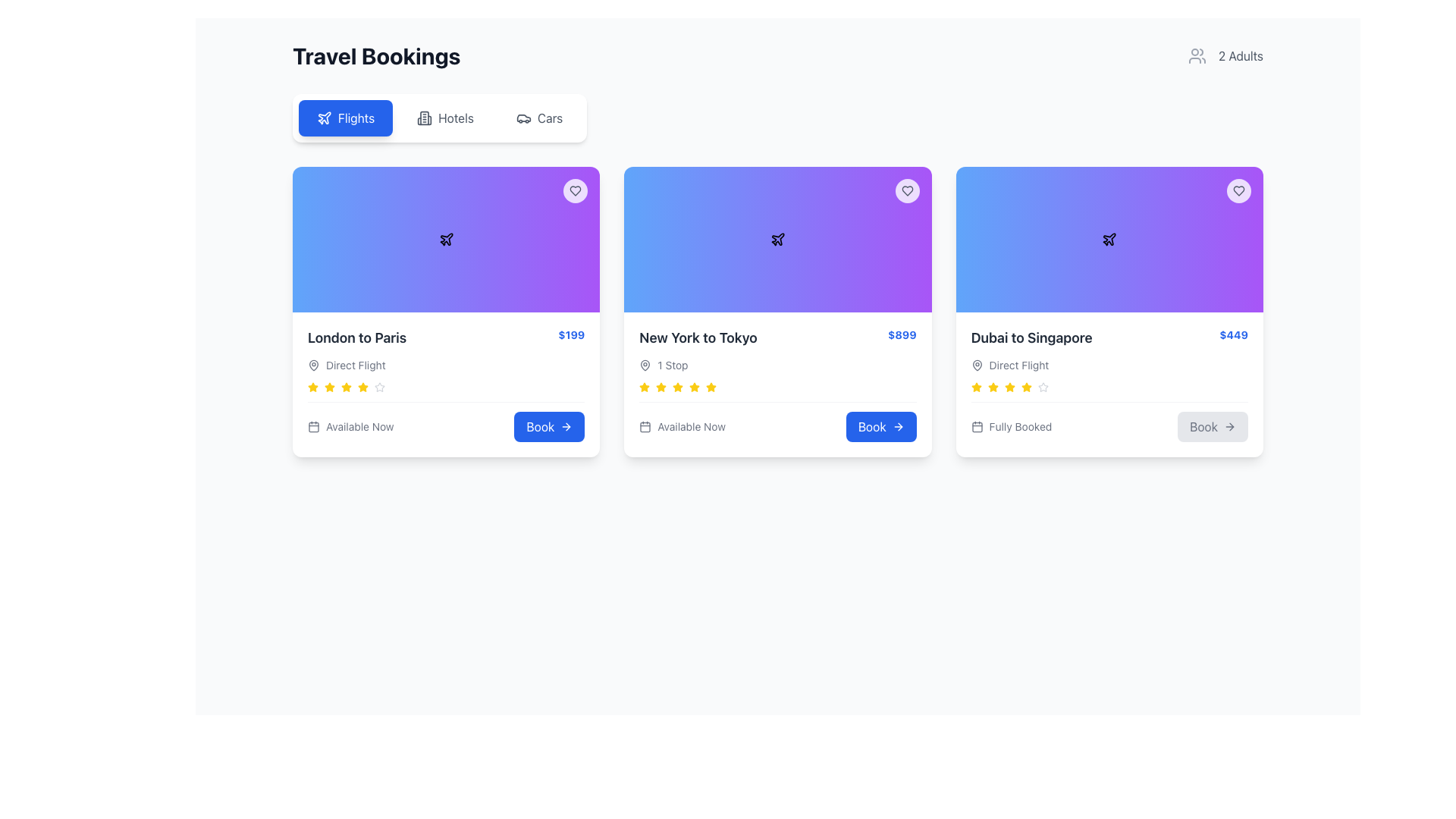 This screenshot has width=1456, height=819. Describe the element at coordinates (711, 386) in the screenshot. I see `the fourth star icon in the ratings section of the 'New York to Tokyo' travel option card` at that location.